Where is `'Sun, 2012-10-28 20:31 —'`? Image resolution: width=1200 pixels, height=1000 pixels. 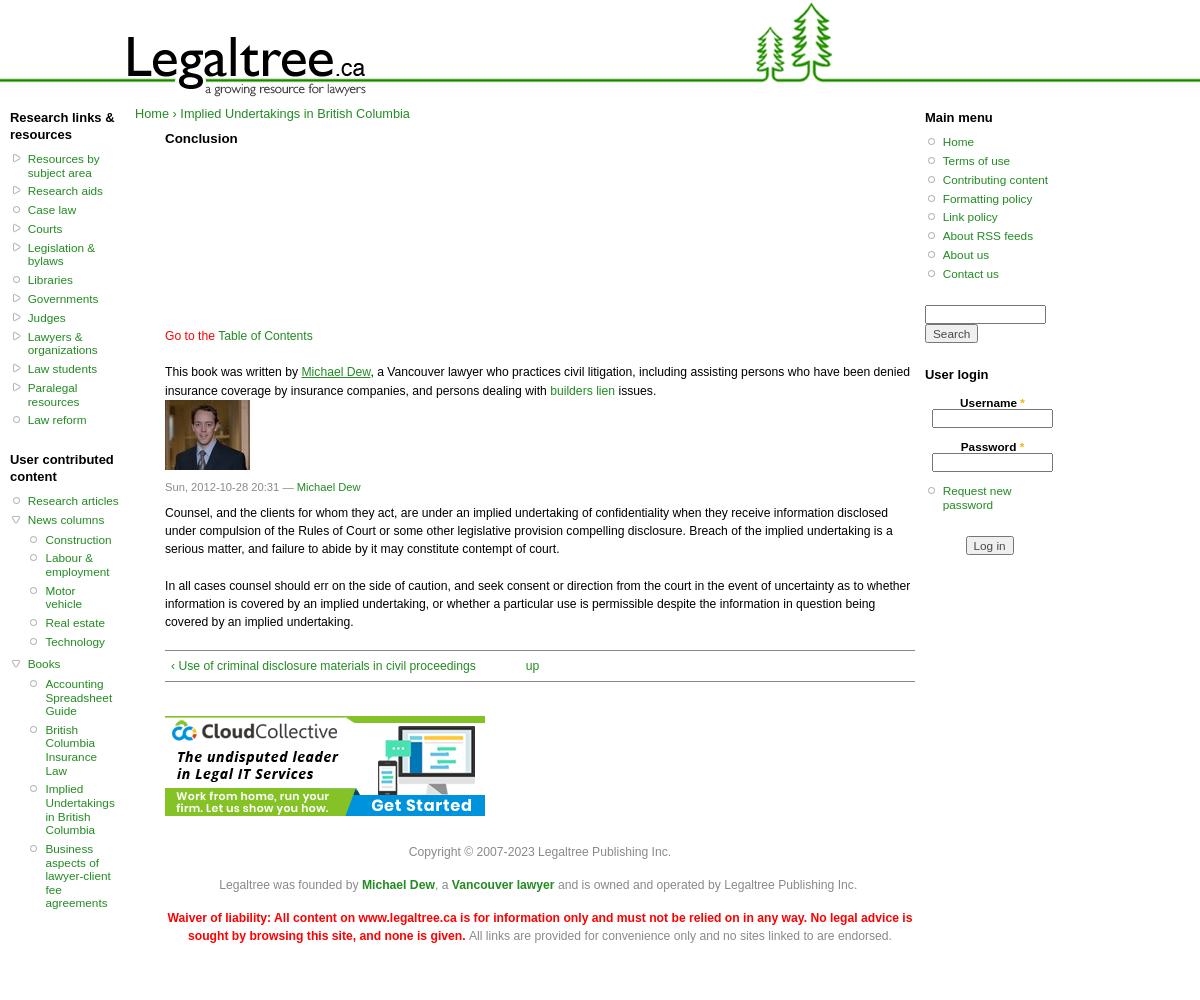
'Sun, 2012-10-28 20:31 —' is located at coordinates (164, 486).